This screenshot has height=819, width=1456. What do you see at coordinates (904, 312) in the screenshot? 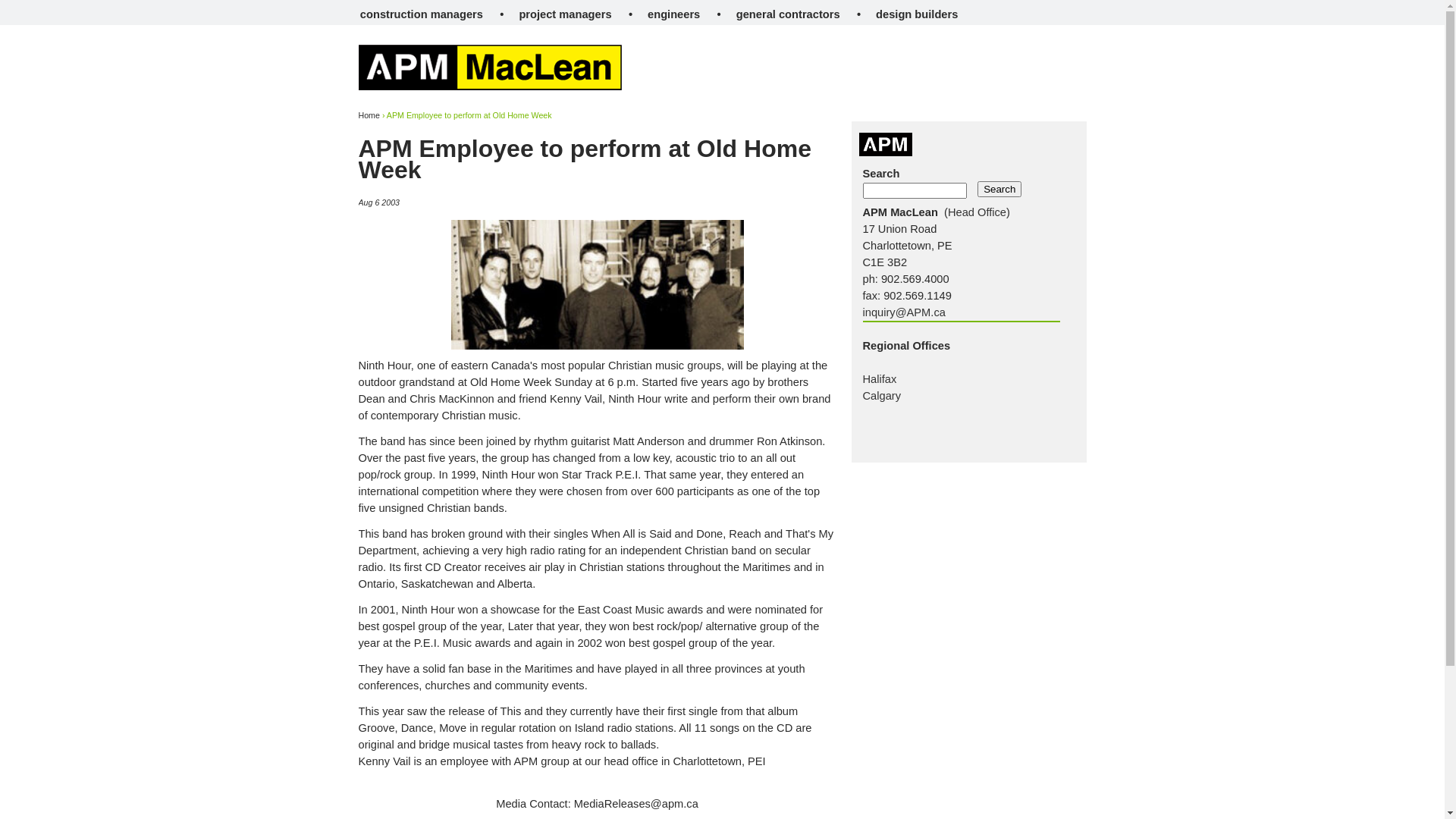
I see `'inquiry@APM.ca'` at bounding box center [904, 312].